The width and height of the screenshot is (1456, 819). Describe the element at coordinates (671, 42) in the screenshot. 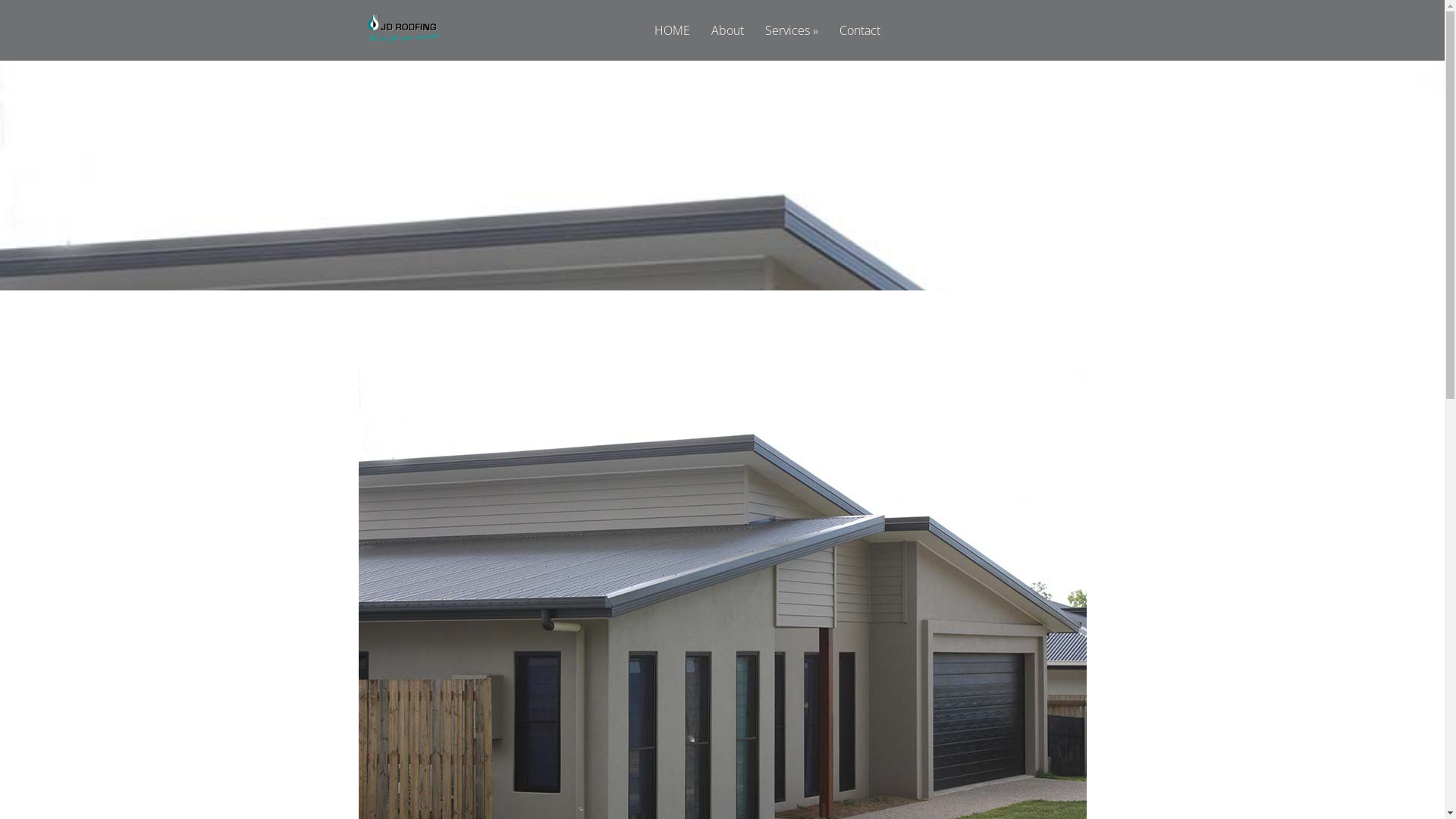

I see `'HOME'` at that location.